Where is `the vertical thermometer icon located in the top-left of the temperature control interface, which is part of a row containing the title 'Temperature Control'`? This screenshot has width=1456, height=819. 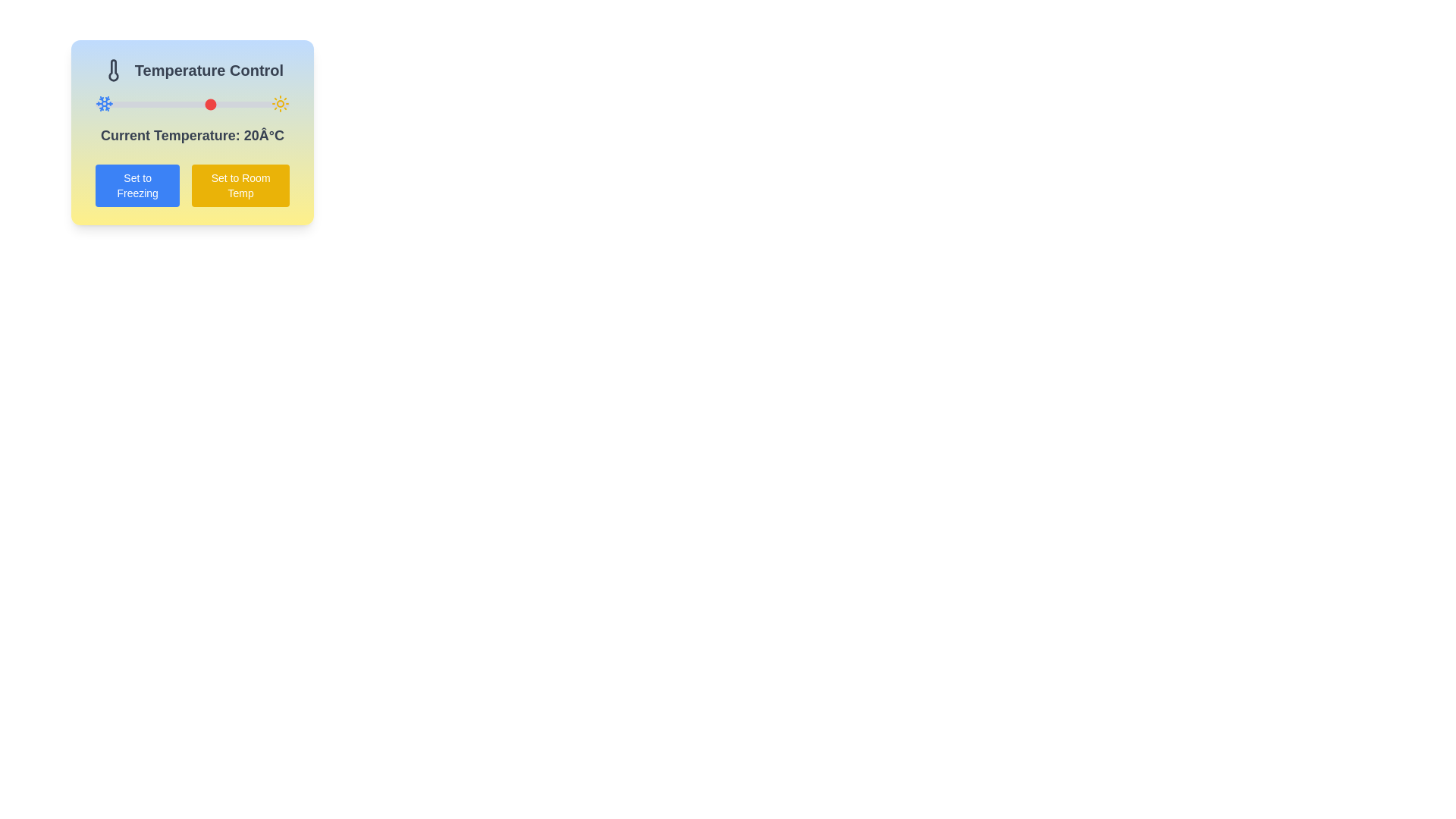 the vertical thermometer icon located in the top-left of the temperature control interface, which is part of a row containing the title 'Temperature Control' is located at coordinates (112, 70).